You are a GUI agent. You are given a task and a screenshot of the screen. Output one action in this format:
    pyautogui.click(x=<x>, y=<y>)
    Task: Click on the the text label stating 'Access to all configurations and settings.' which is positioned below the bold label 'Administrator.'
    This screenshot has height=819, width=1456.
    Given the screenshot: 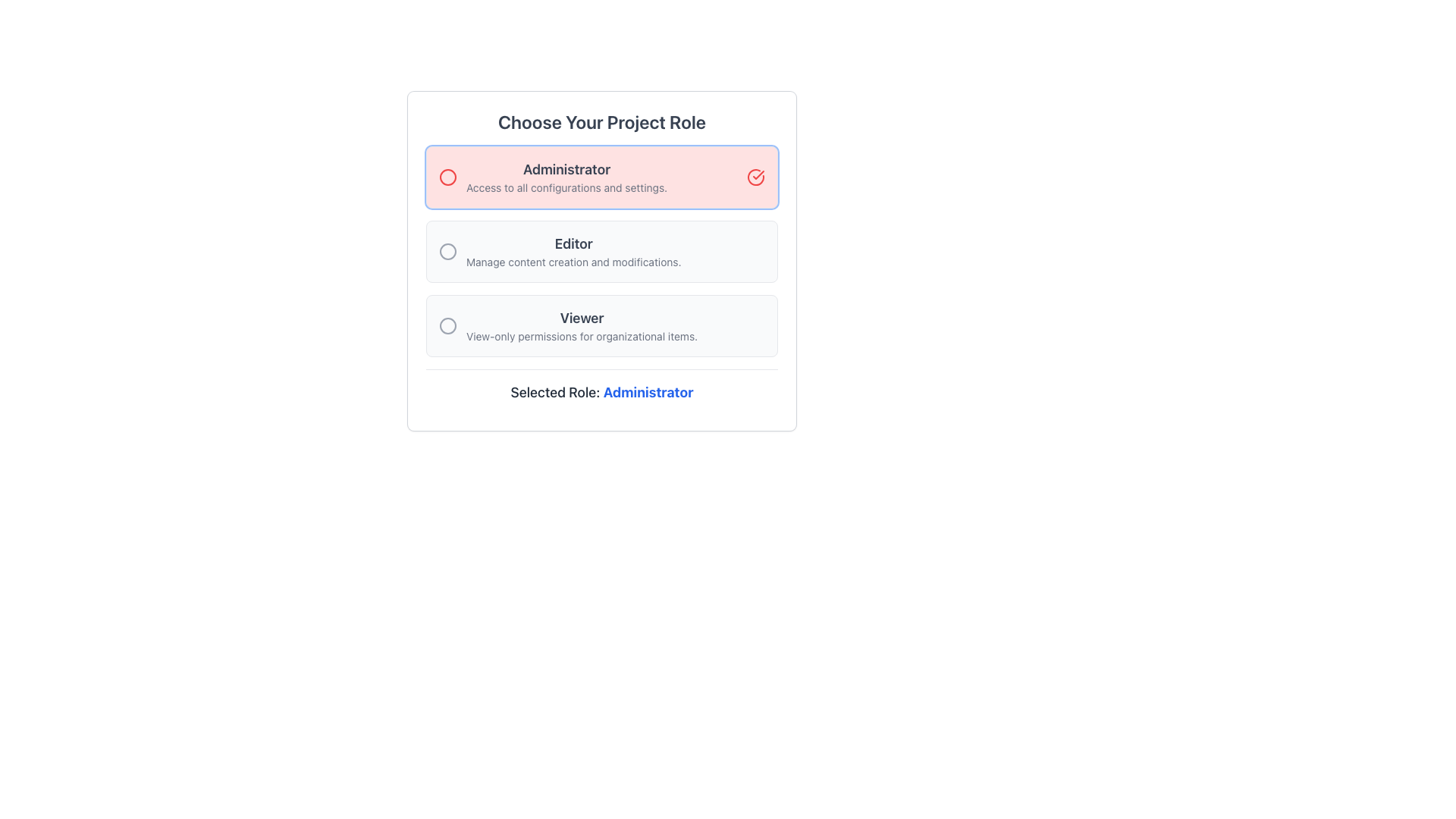 What is the action you would take?
    pyautogui.click(x=566, y=187)
    